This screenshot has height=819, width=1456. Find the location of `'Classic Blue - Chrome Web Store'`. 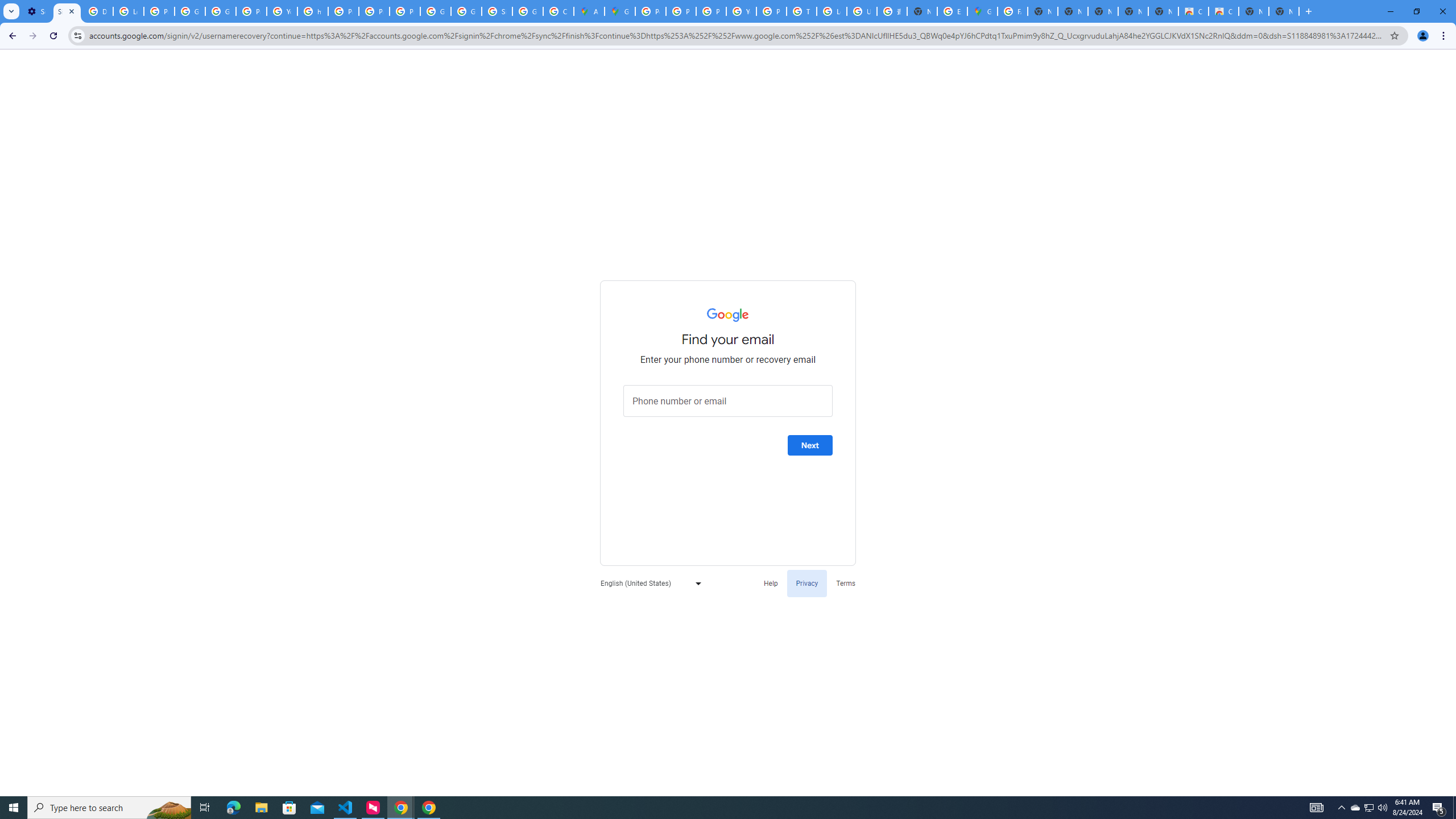

'Classic Blue - Chrome Web Store' is located at coordinates (1194, 11).